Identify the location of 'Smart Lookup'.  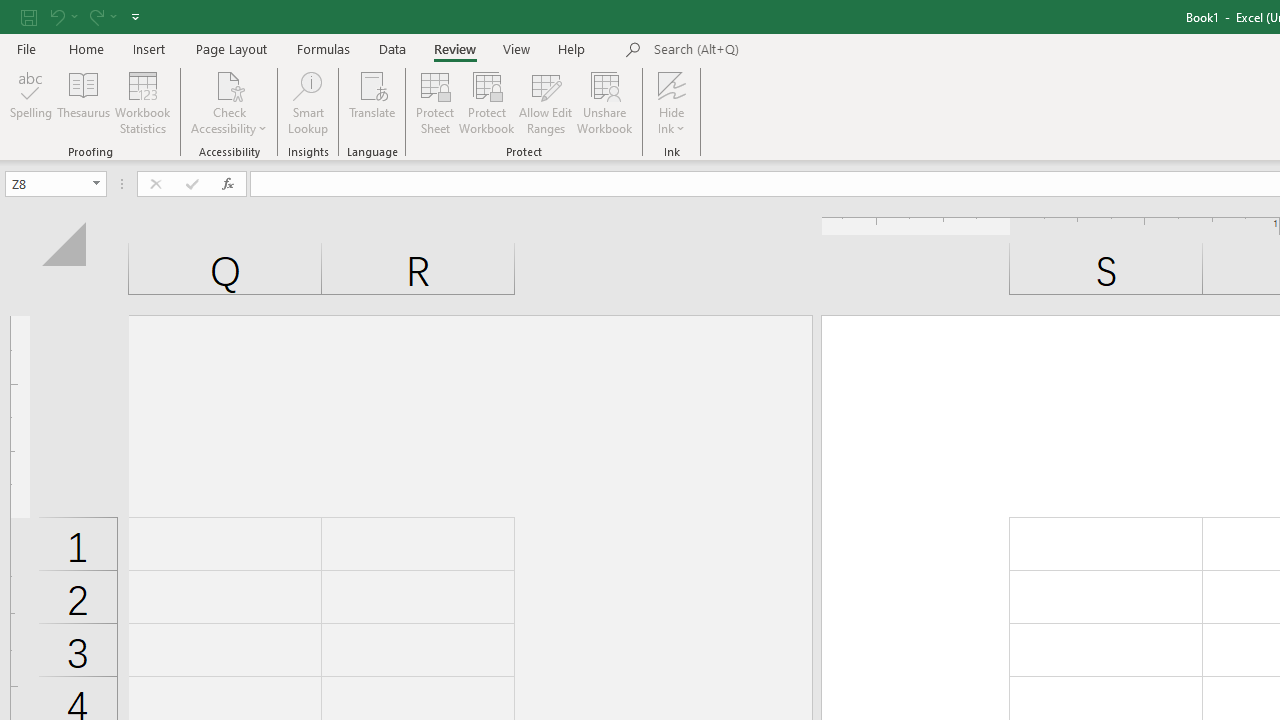
(307, 103).